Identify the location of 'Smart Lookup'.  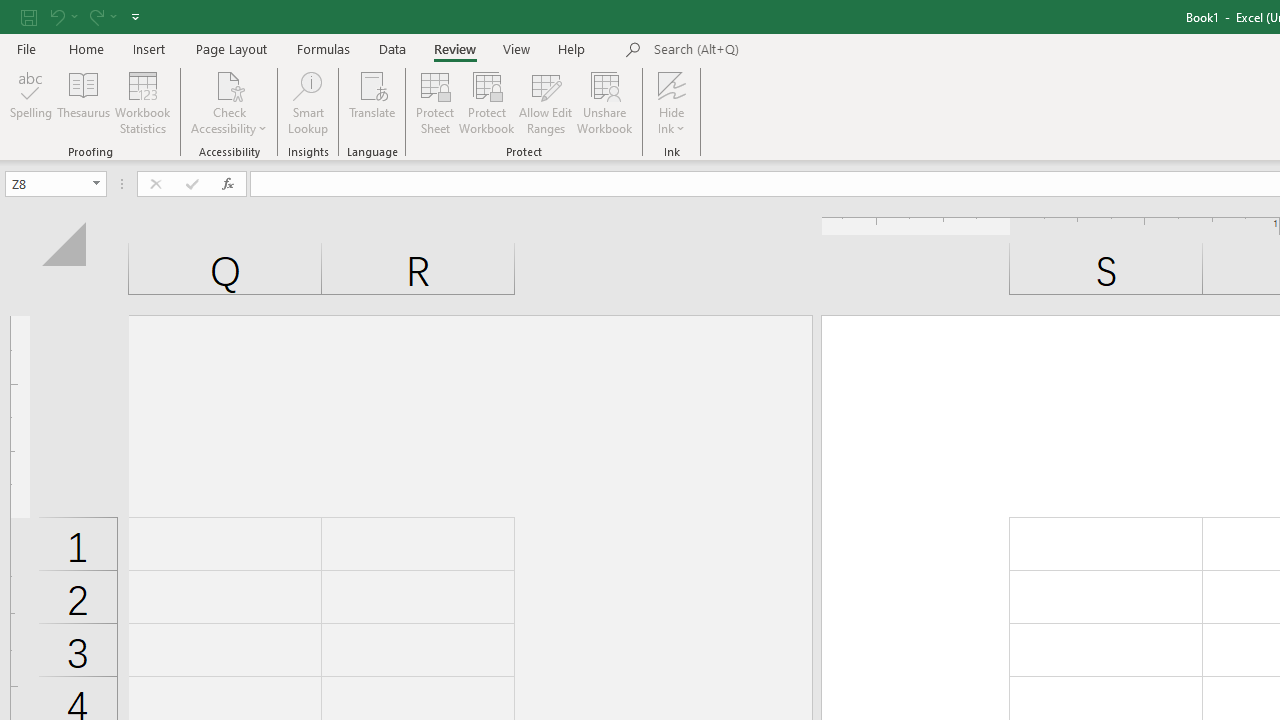
(307, 103).